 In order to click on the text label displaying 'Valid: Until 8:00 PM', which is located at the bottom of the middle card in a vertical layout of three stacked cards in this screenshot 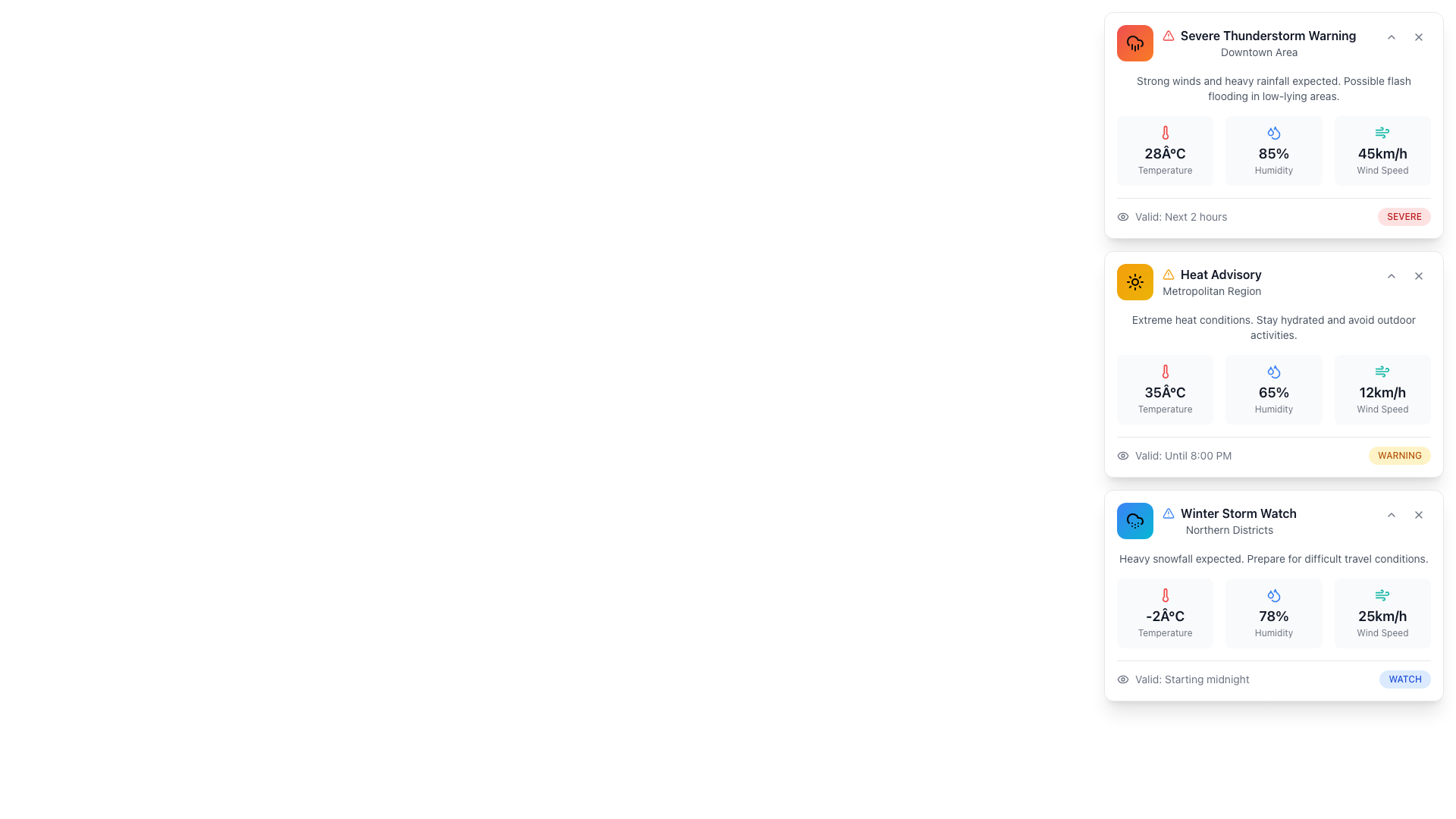, I will do `click(1182, 455)`.